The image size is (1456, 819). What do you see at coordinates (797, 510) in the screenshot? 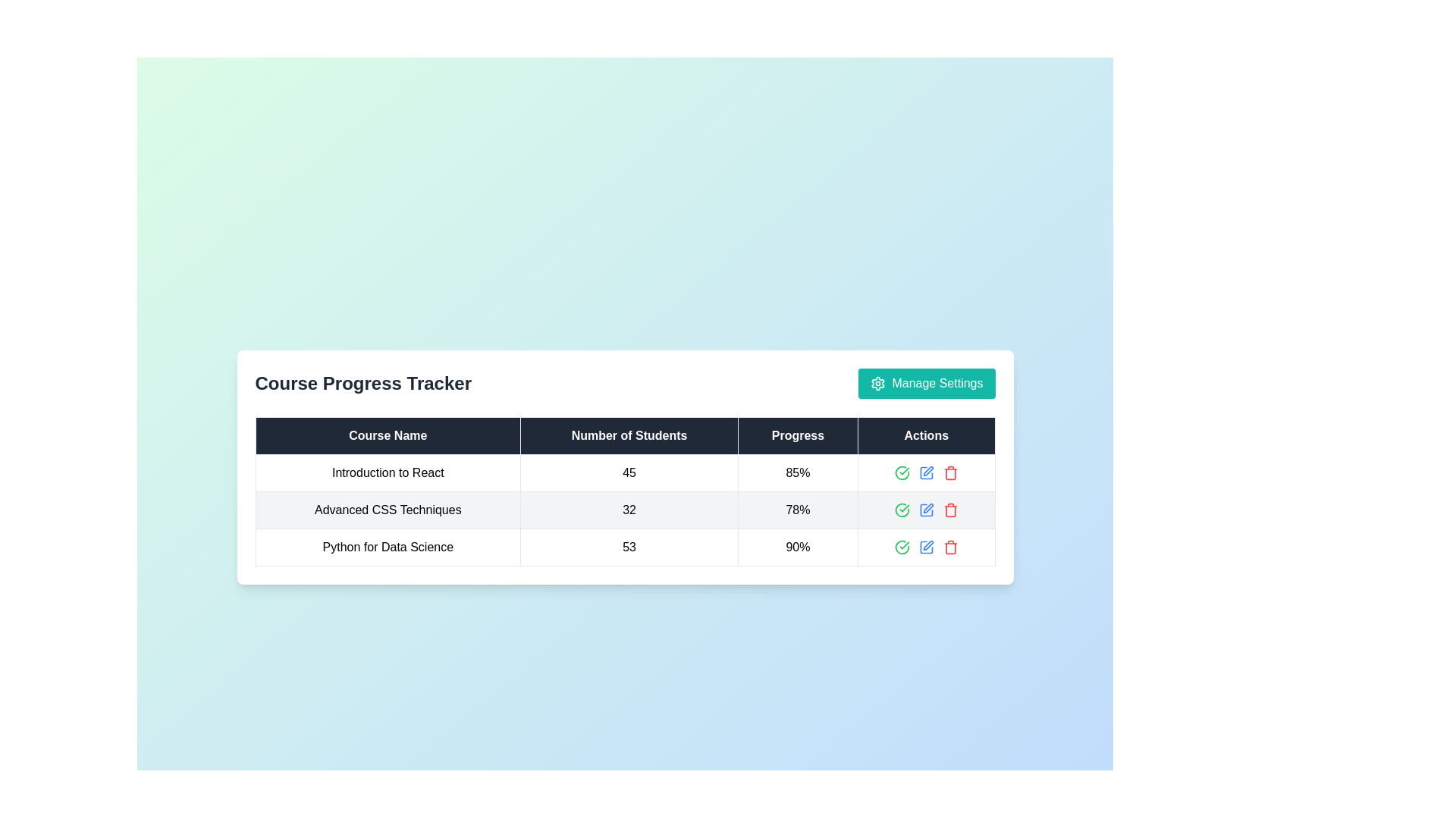
I see `the text element displaying '78%' in bold black font, located in the third column of the second row of the 'Course Progress Tracker' table, aligned with the 'Progress' header and corresponding to 'Advanced CSS Techniques'` at bounding box center [797, 510].